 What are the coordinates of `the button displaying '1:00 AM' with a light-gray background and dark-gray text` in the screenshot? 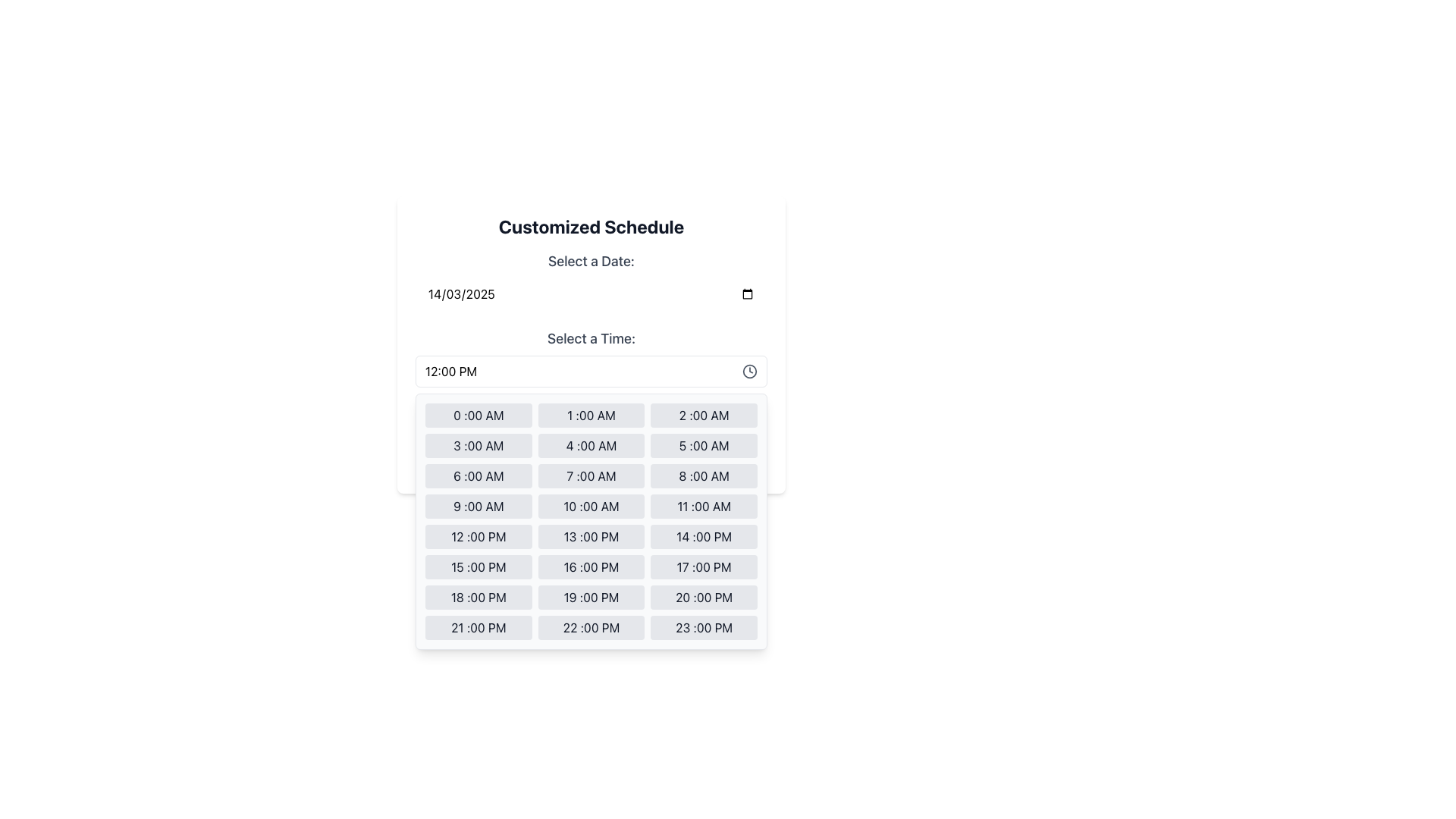 It's located at (590, 415).